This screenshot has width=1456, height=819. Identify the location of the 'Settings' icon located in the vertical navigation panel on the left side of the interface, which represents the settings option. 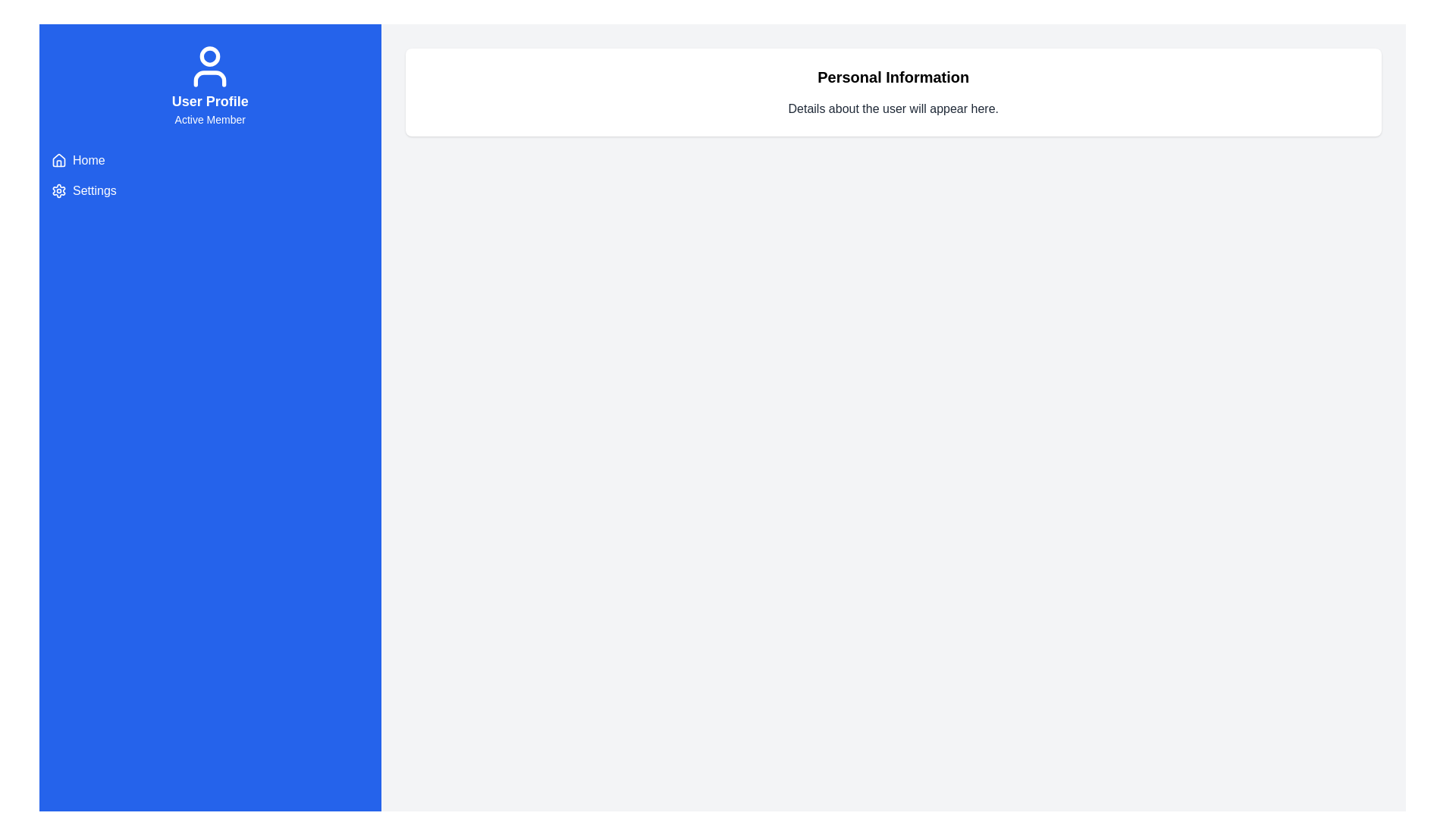
(58, 190).